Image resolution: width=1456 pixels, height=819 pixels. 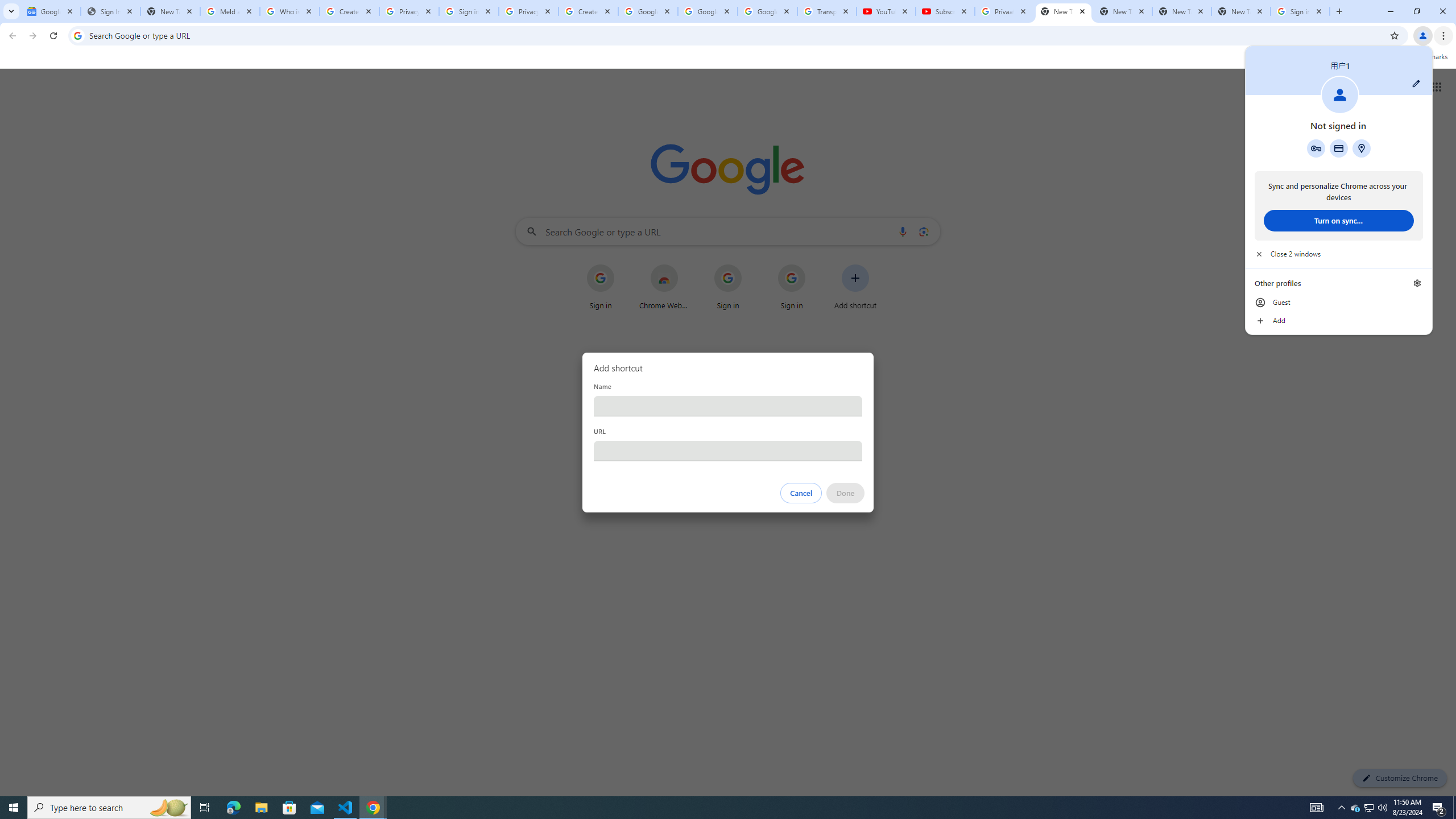 What do you see at coordinates (1338, 254) in the screenshot?
I see `'Close 2 windows'` at bounding box center [1338, 254].